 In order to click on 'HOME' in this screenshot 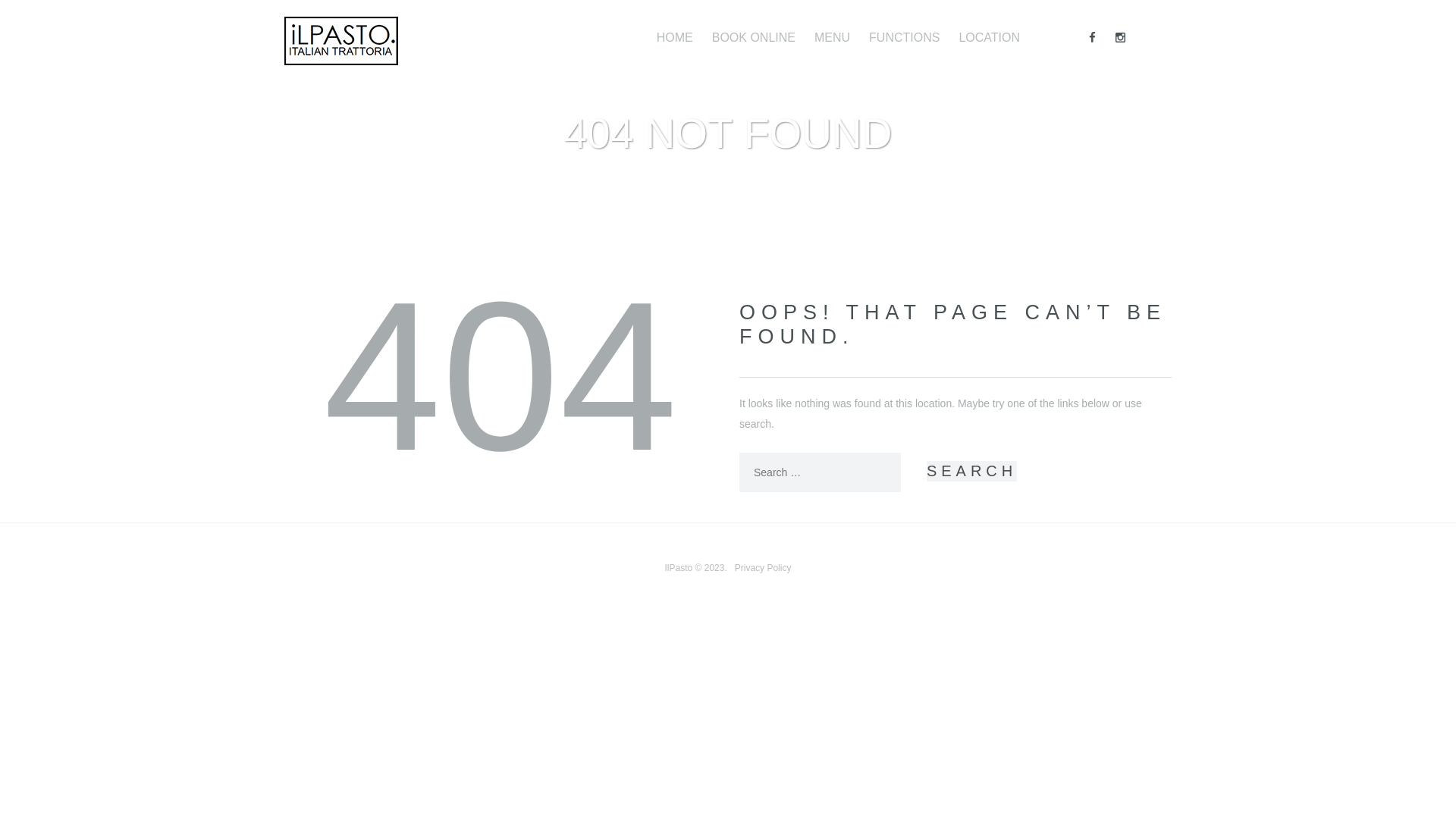, I will do `click(673, 37)`.